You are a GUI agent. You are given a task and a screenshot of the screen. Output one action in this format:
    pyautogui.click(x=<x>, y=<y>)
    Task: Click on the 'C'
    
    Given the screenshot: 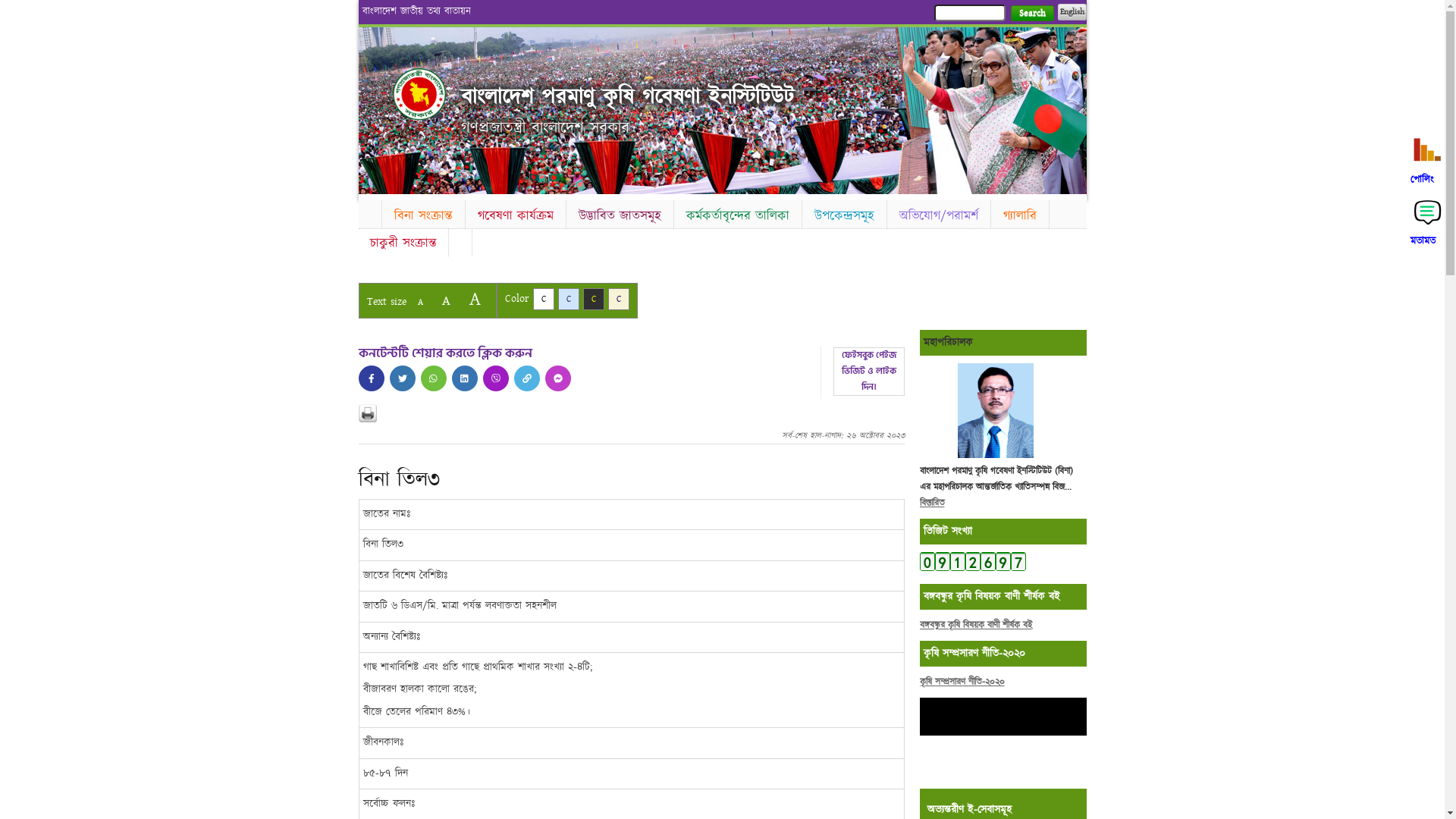 What is the action you would take?
    pyautogui.click(x=542, y=299)
    